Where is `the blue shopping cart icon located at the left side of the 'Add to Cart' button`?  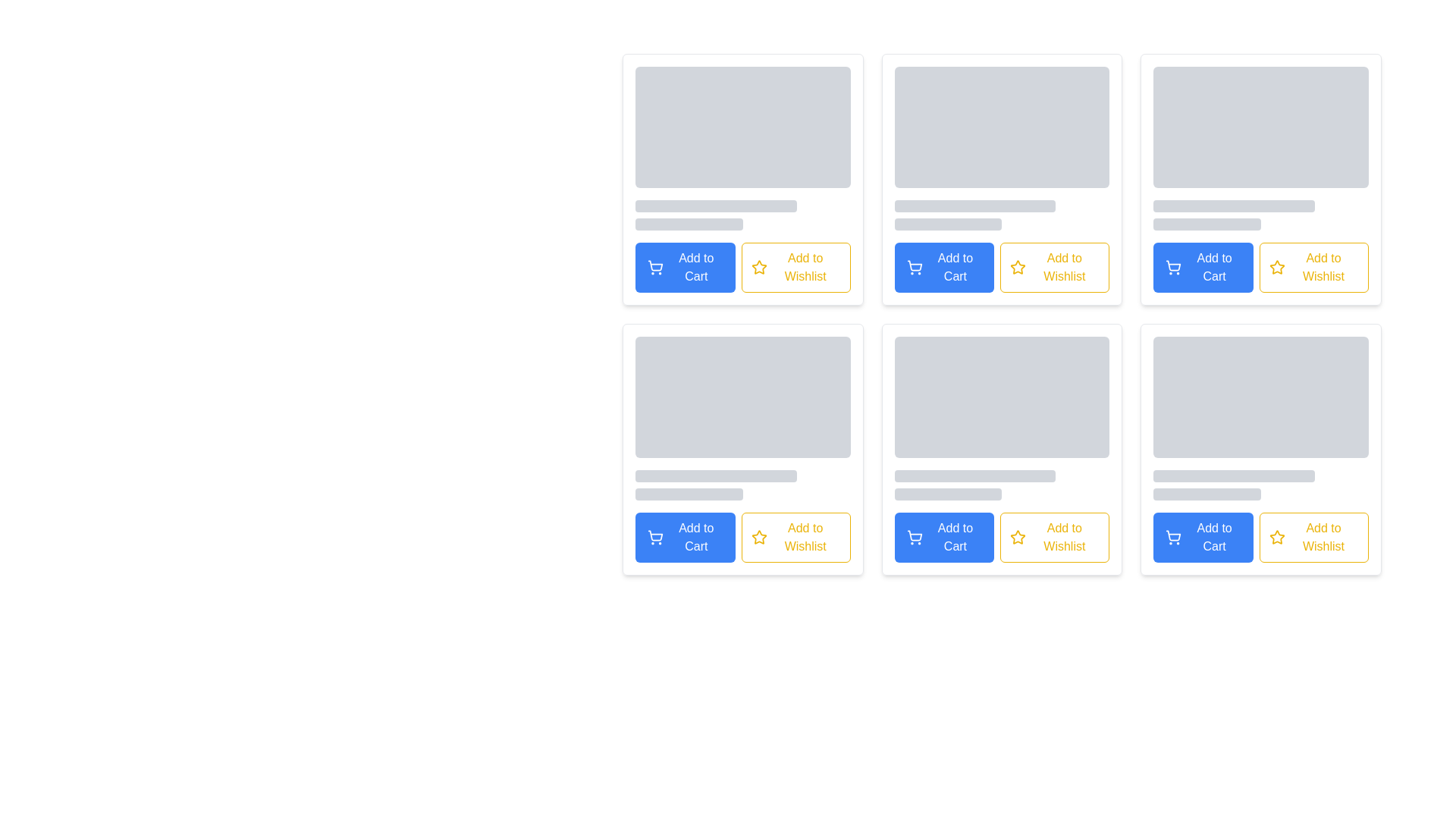
the blue shopping cart icon located at the left side of the 'Add to Cart' button is located at coordinates (914, 267).